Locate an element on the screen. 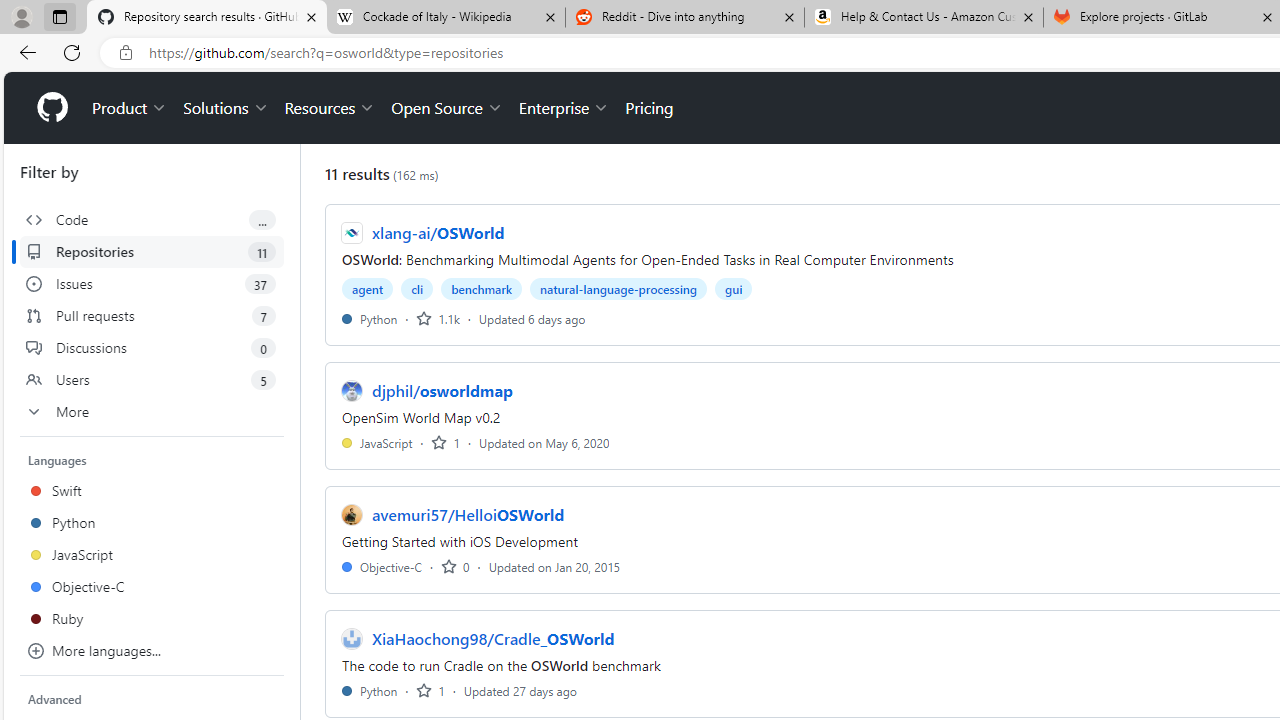 Image resolution: width=1280 pixels, height=720 pixels. 'agent' is located at coordinates (368, 289).